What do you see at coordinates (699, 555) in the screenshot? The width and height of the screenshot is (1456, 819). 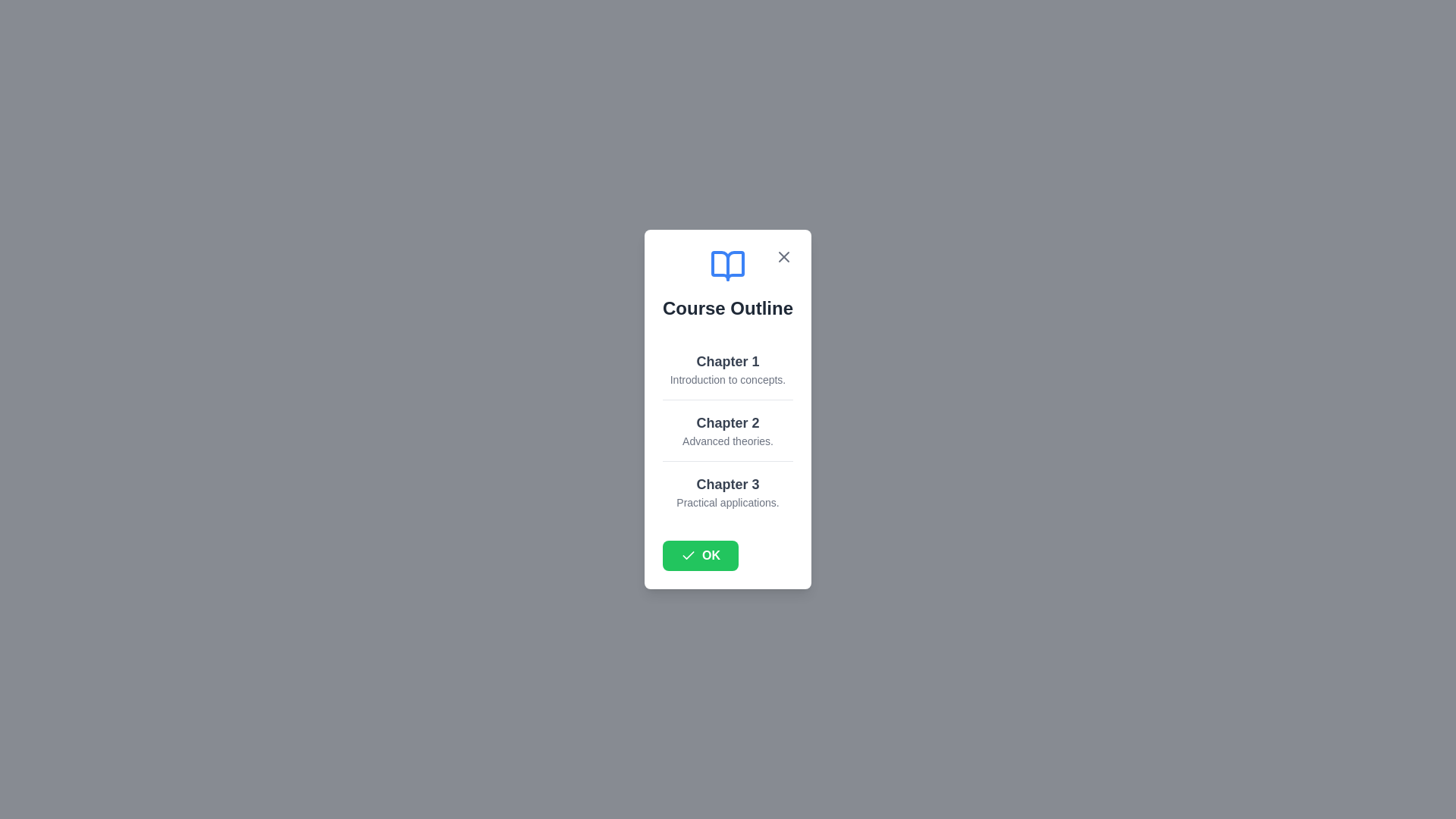 I see `the 'OK' button to close the dialog` at bounding box center [699, 555].